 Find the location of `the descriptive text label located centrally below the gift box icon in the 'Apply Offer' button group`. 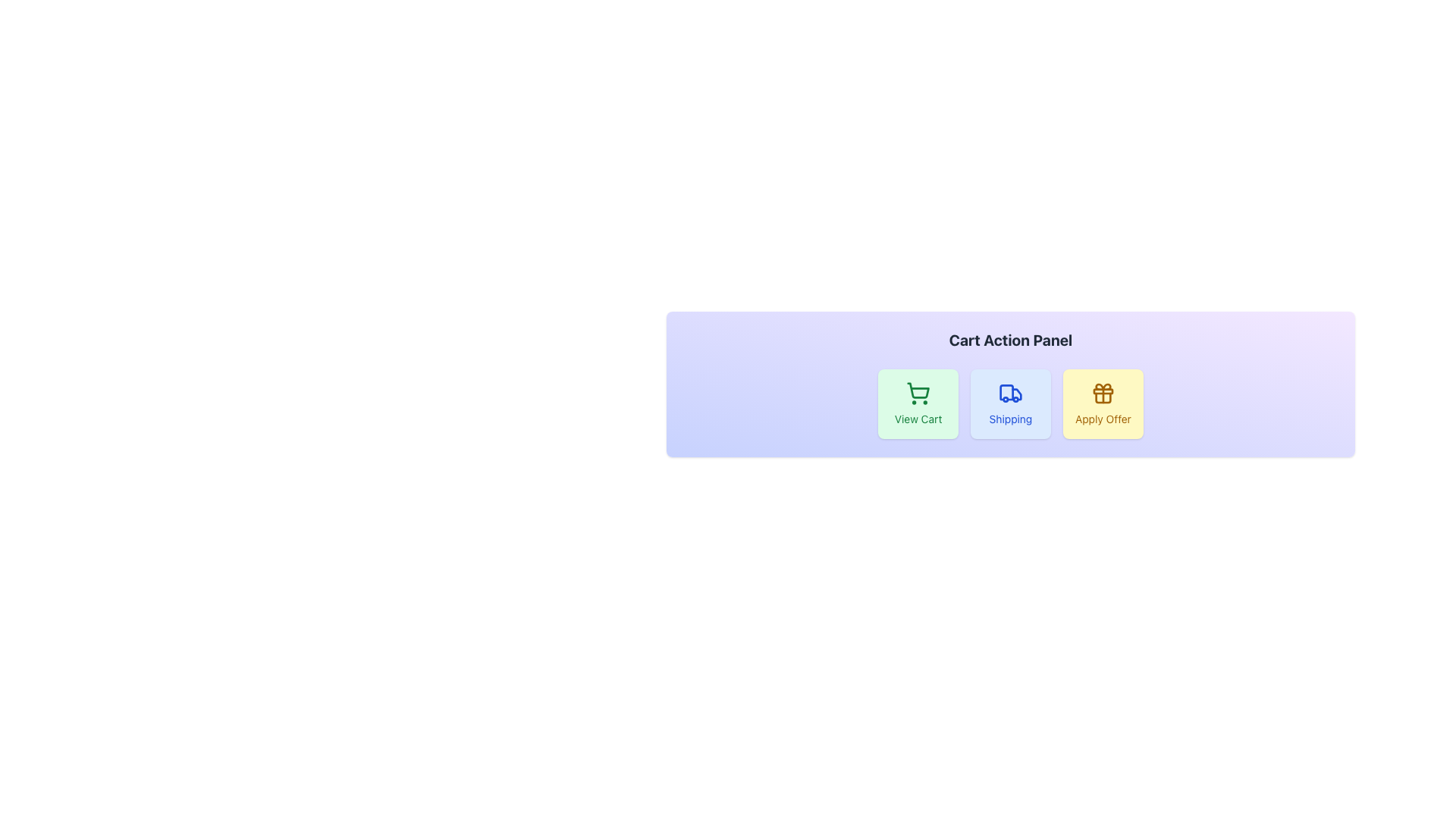

the descriptive text label located centrally below the gift box icon in the 'Apply Offer' button group is located at coordinates (1103, 419).